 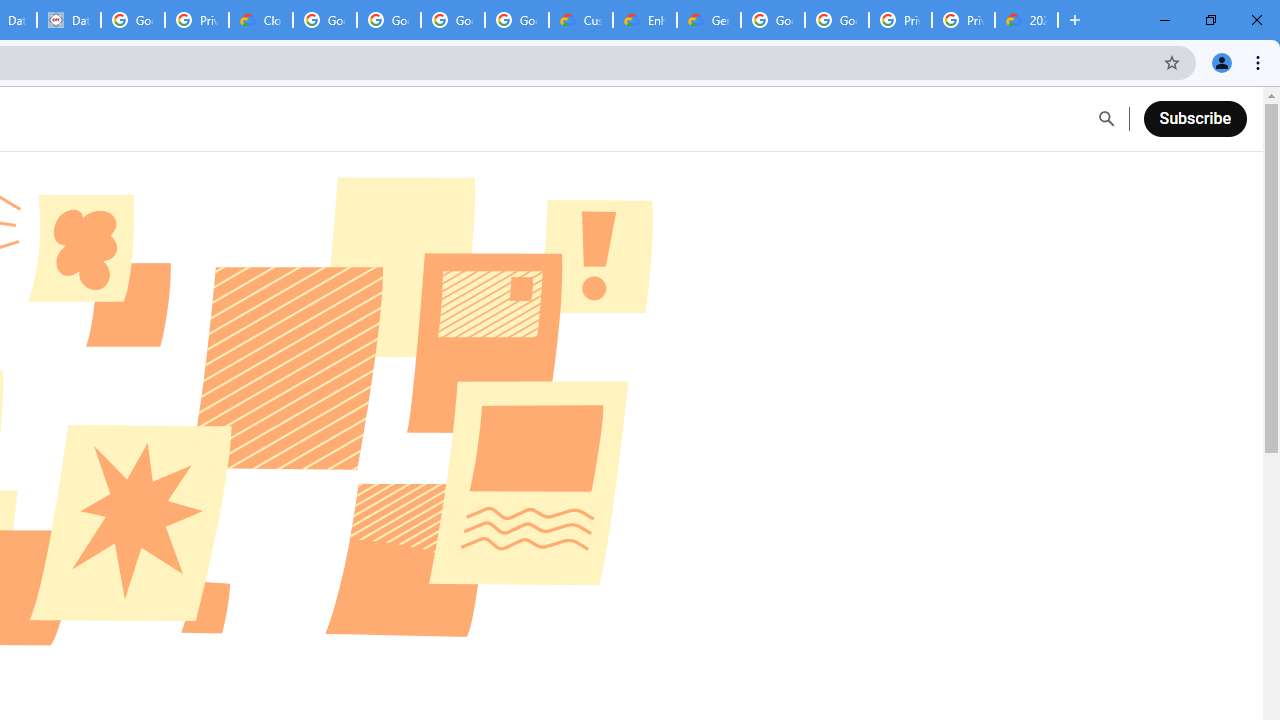 I want to click on 'Gemini for Business and Developers | Google Cloud', so click(x=709, y=20).